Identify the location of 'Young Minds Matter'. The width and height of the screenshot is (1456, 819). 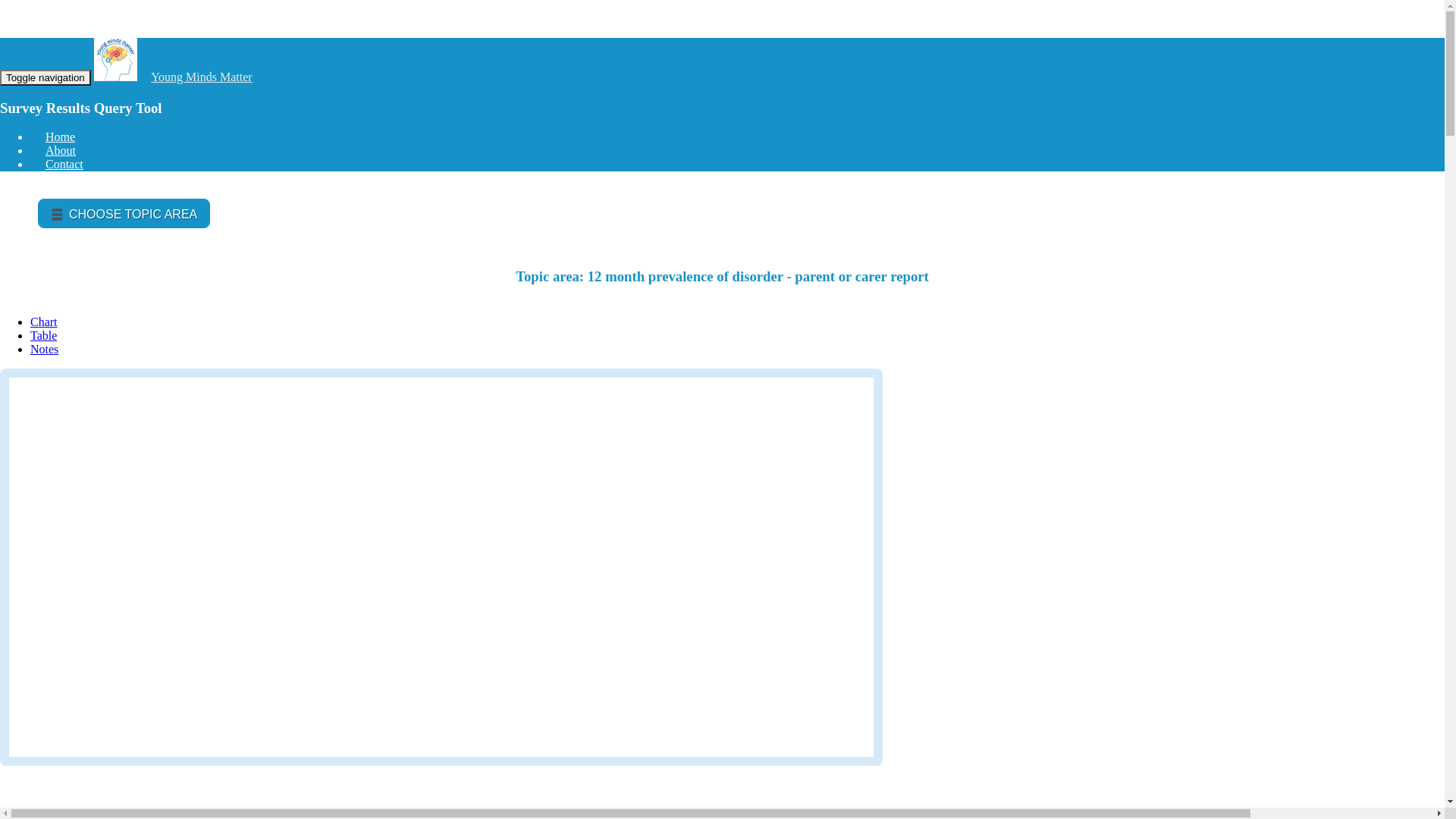
(150, 77).